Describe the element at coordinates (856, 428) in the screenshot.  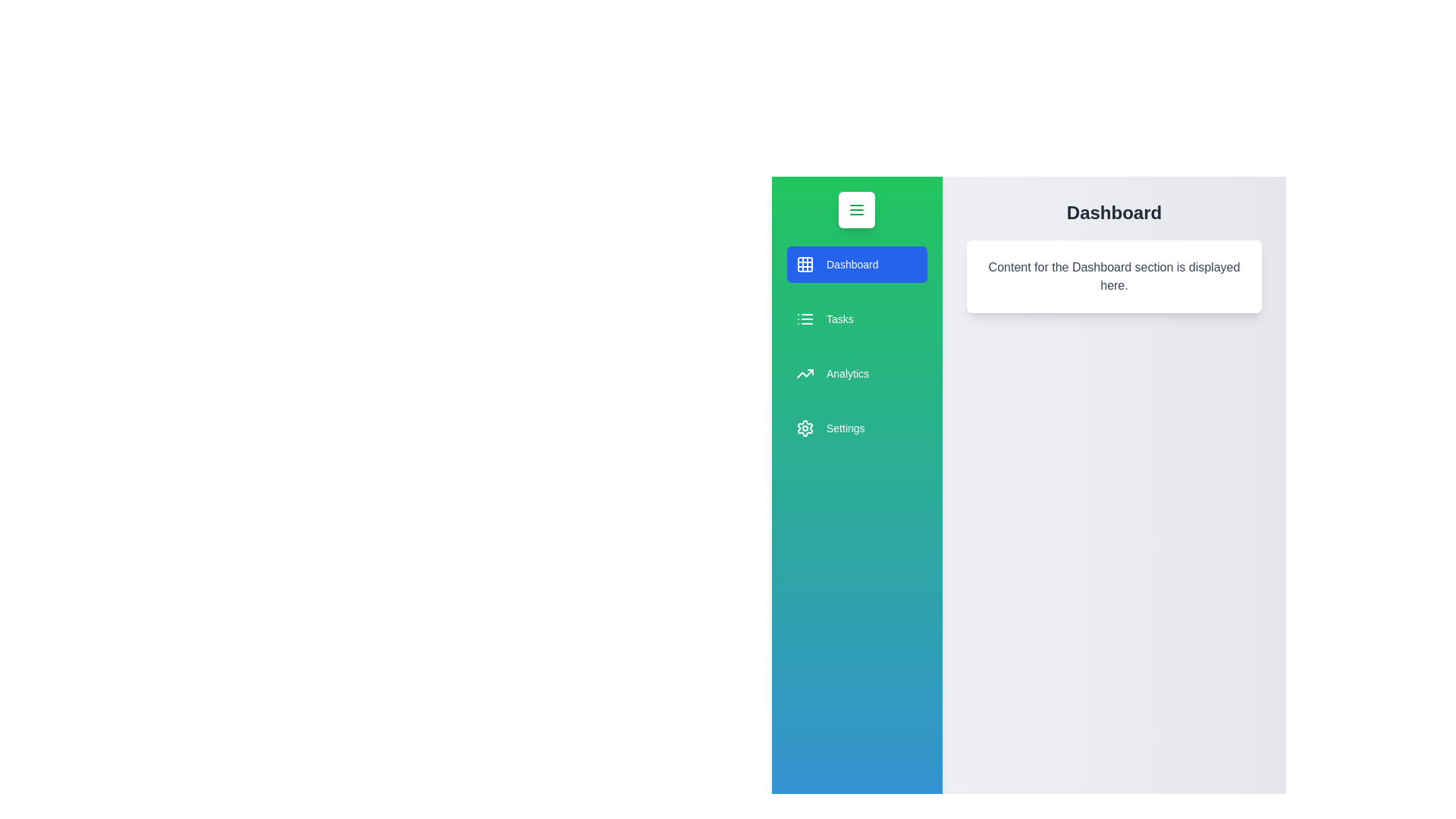
I see `the Settings tab` at that location.